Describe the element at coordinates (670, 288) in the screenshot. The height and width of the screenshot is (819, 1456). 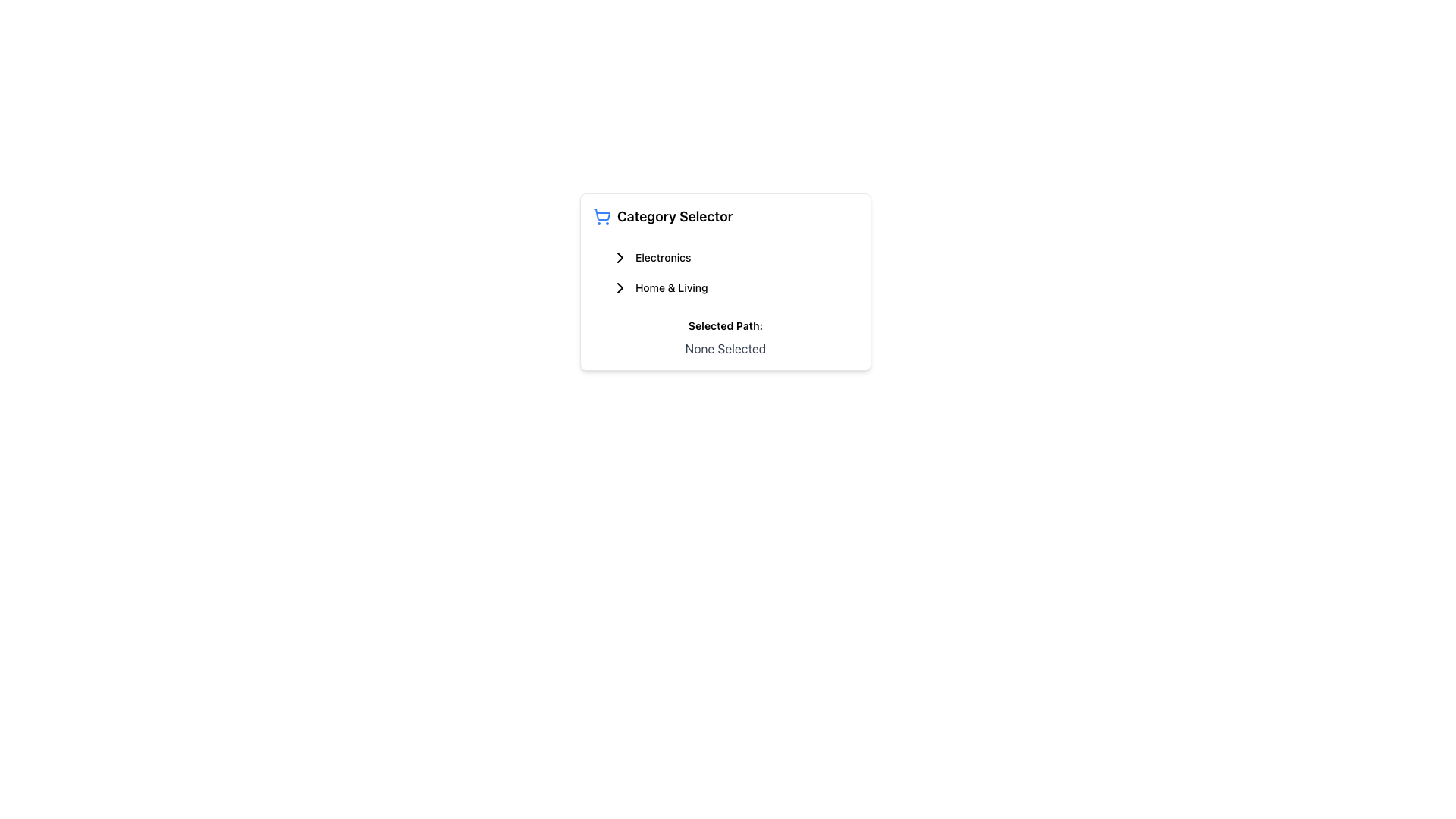
I see `text of the 'Home & Living' label, which is a subcategory under the 'Category Selector' in the side panel` at that location.